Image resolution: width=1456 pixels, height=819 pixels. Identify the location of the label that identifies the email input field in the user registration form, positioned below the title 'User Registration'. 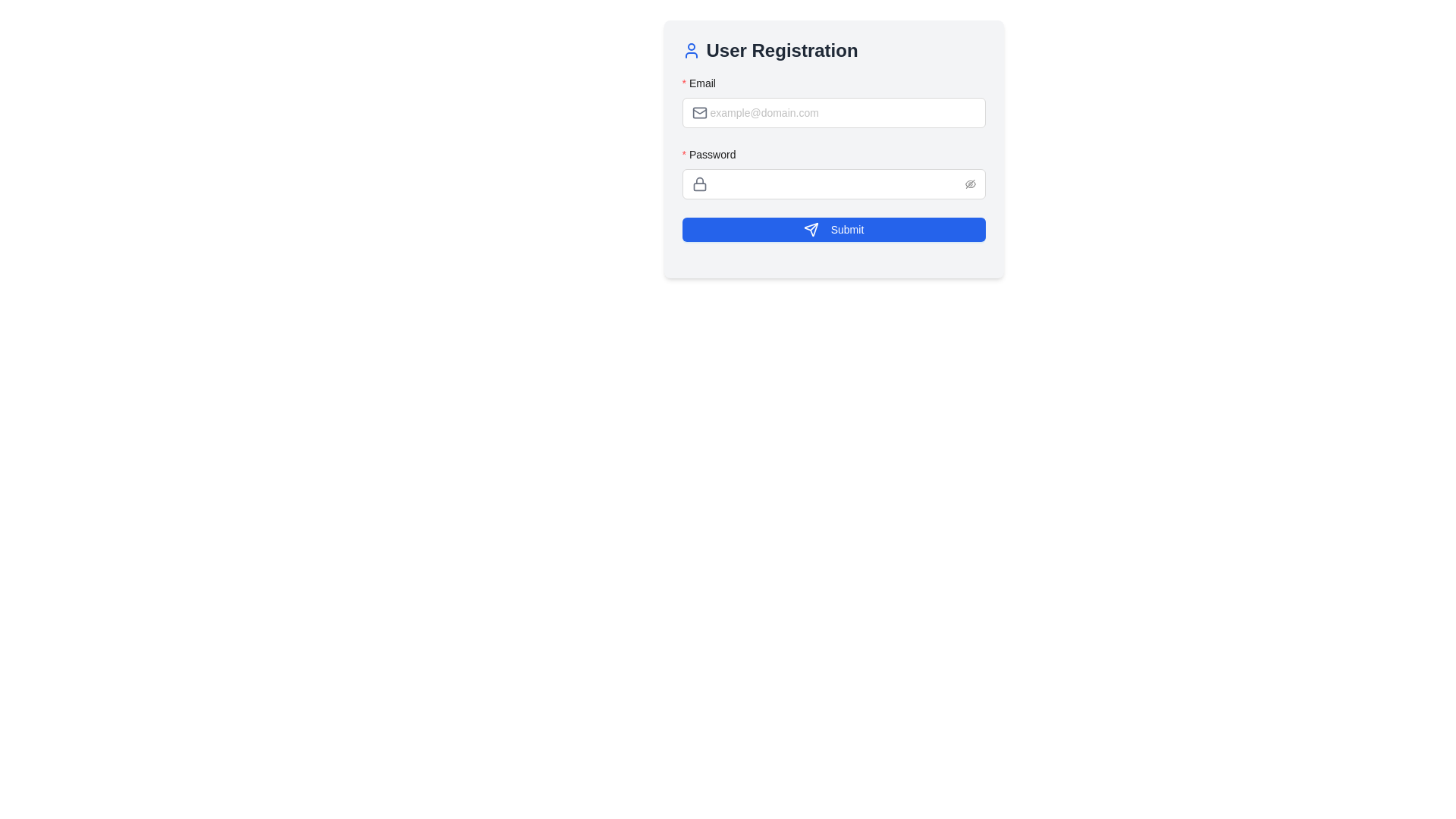
(703, 83).